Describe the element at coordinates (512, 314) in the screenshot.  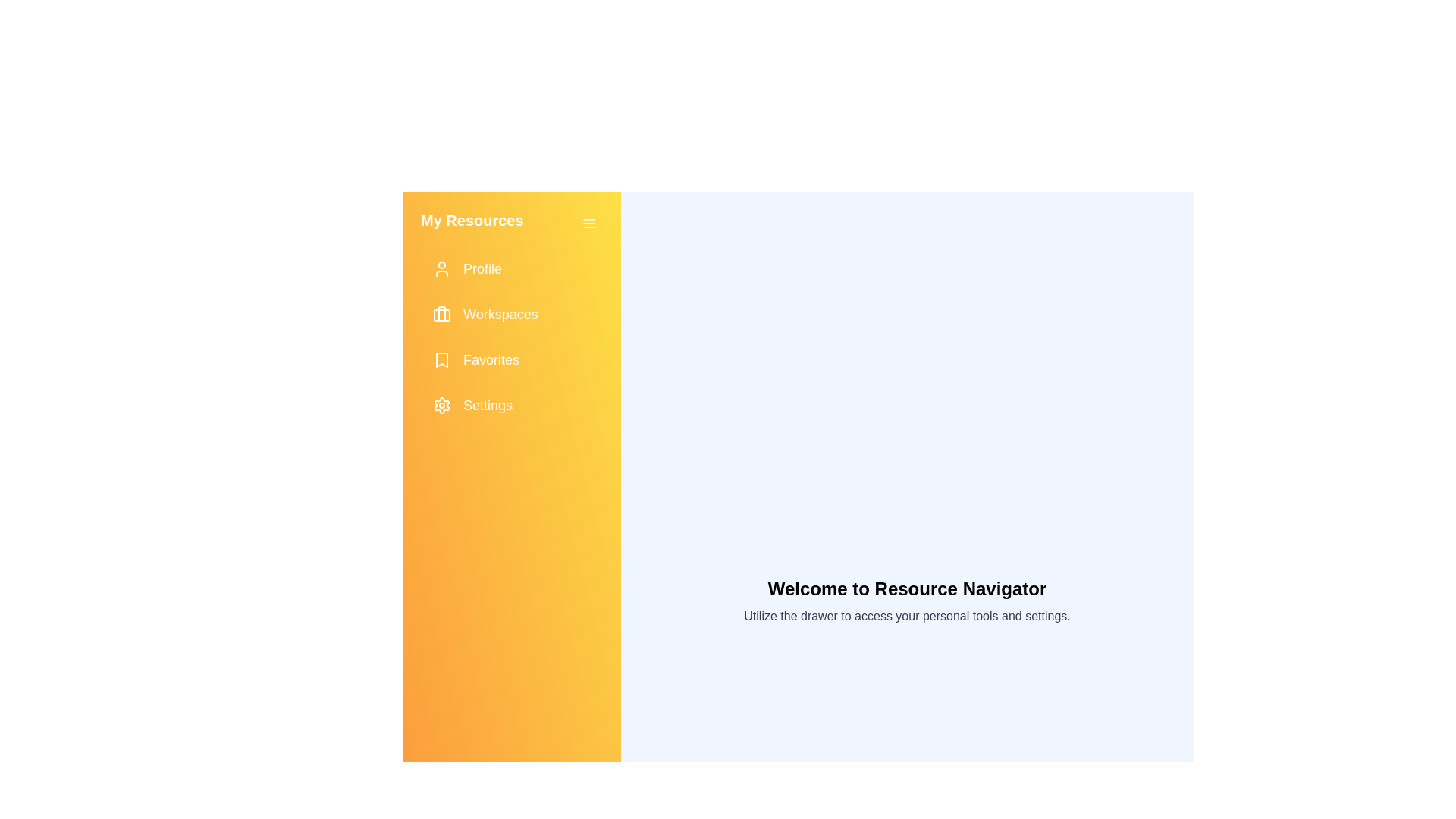
I see `the 'Workspaces' button to navigate to the Workspaces section` at that location.